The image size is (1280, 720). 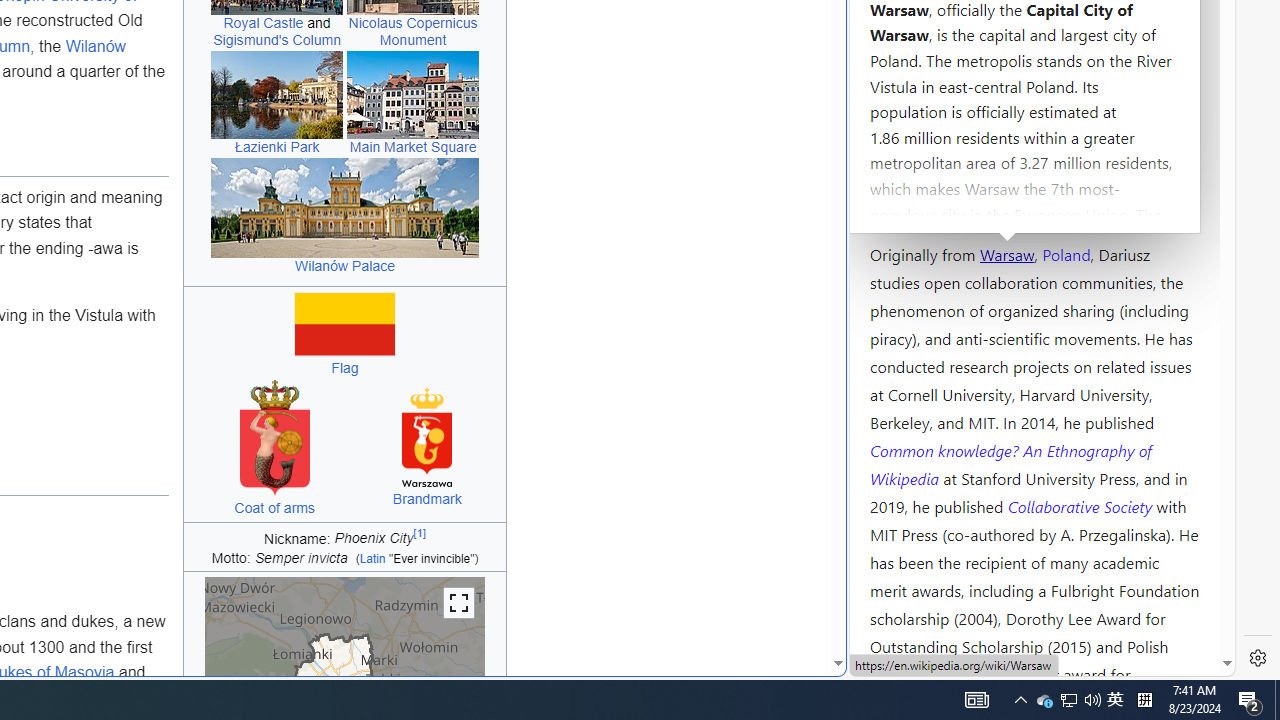 I want to click on '[1]', so click(x=419, y=532).